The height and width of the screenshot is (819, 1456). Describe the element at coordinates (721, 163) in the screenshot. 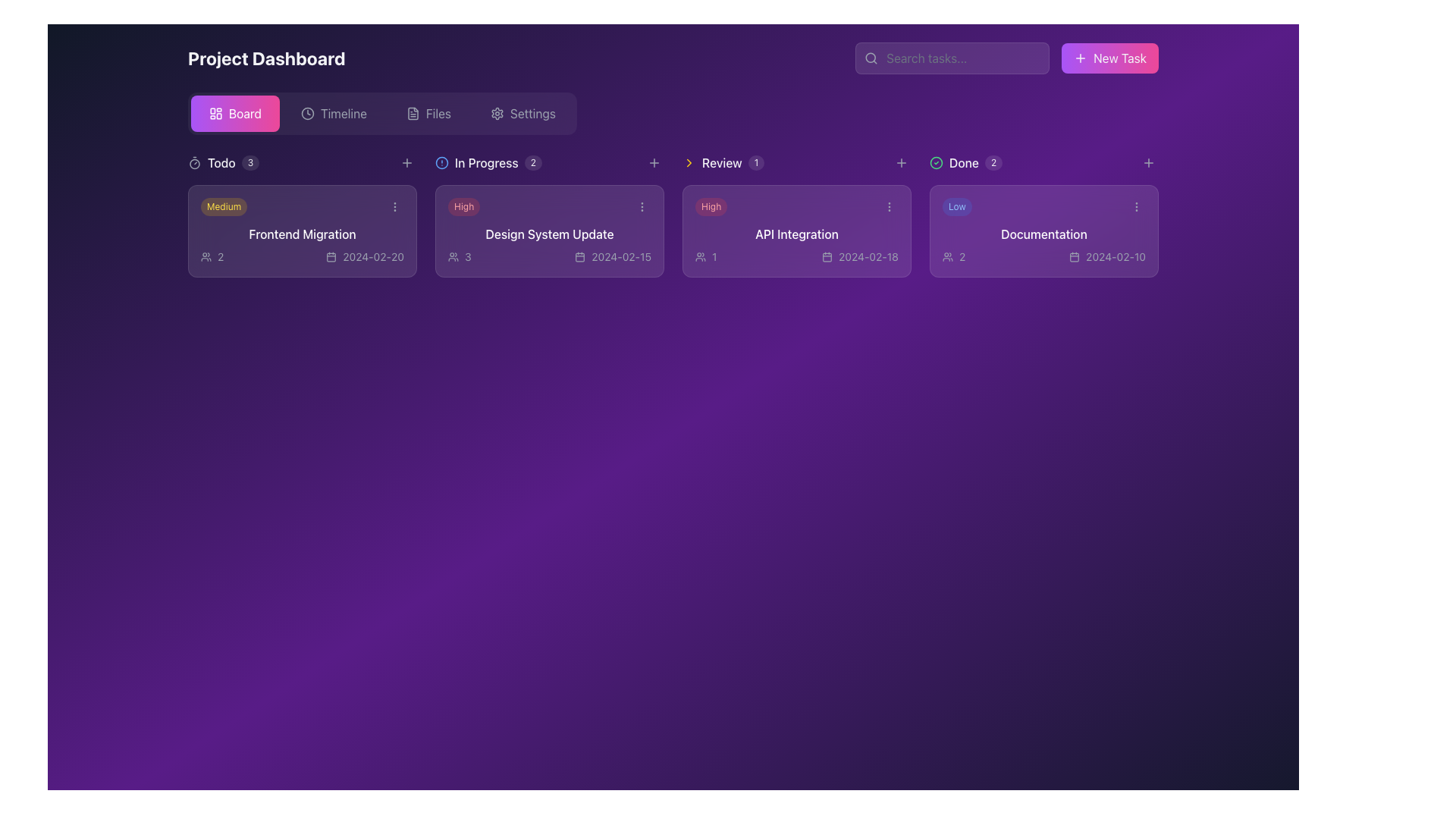

I see `the 'Review' text label that indicates the section in the task management system, located between a yellow arrow icon and a circular label with the number '1'` at that location.